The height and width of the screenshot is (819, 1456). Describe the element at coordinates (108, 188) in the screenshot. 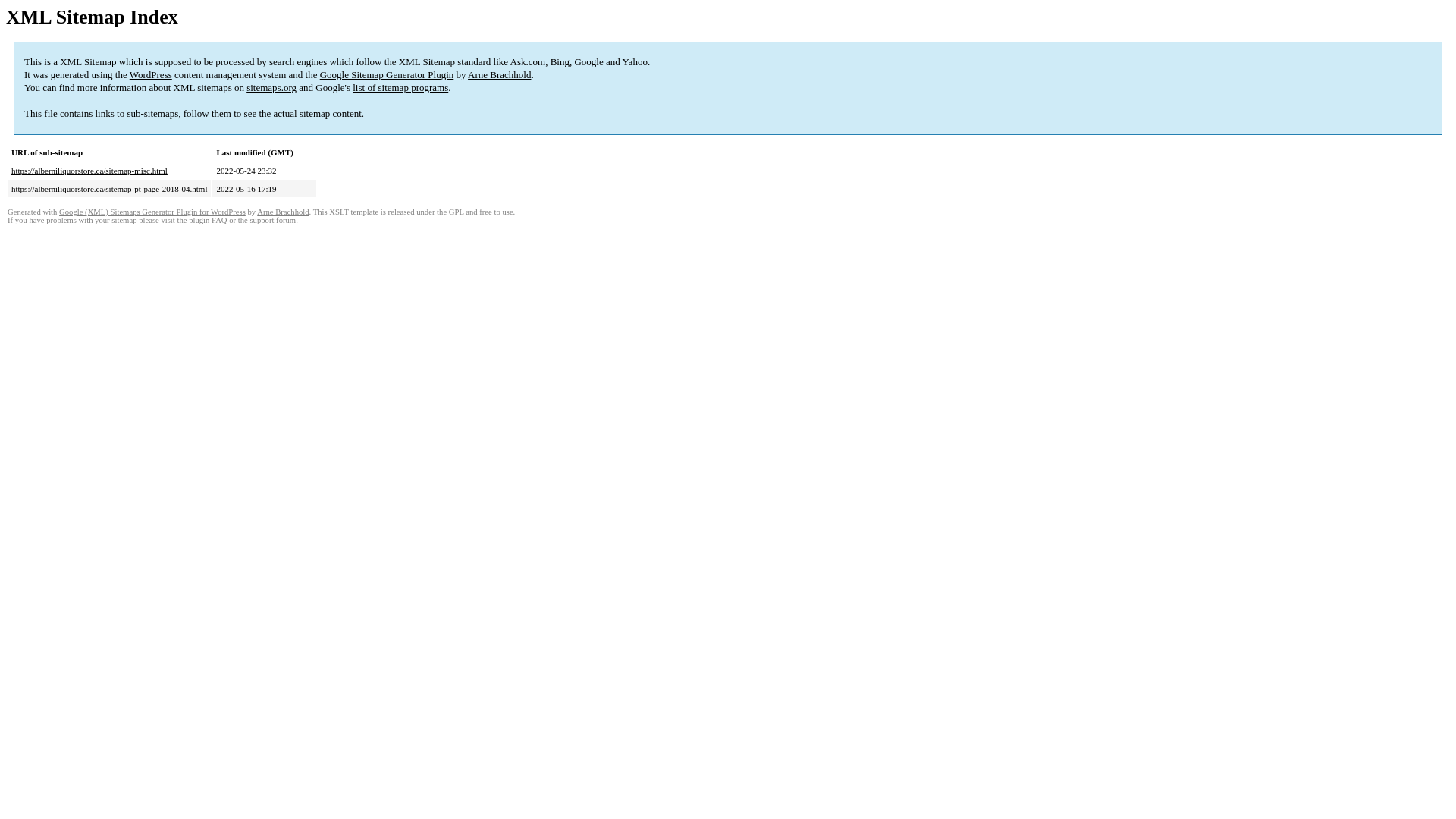

I see `'https://alberniliquorstore.ca/sitemap-pt-page-2018-04.html'` at that location.